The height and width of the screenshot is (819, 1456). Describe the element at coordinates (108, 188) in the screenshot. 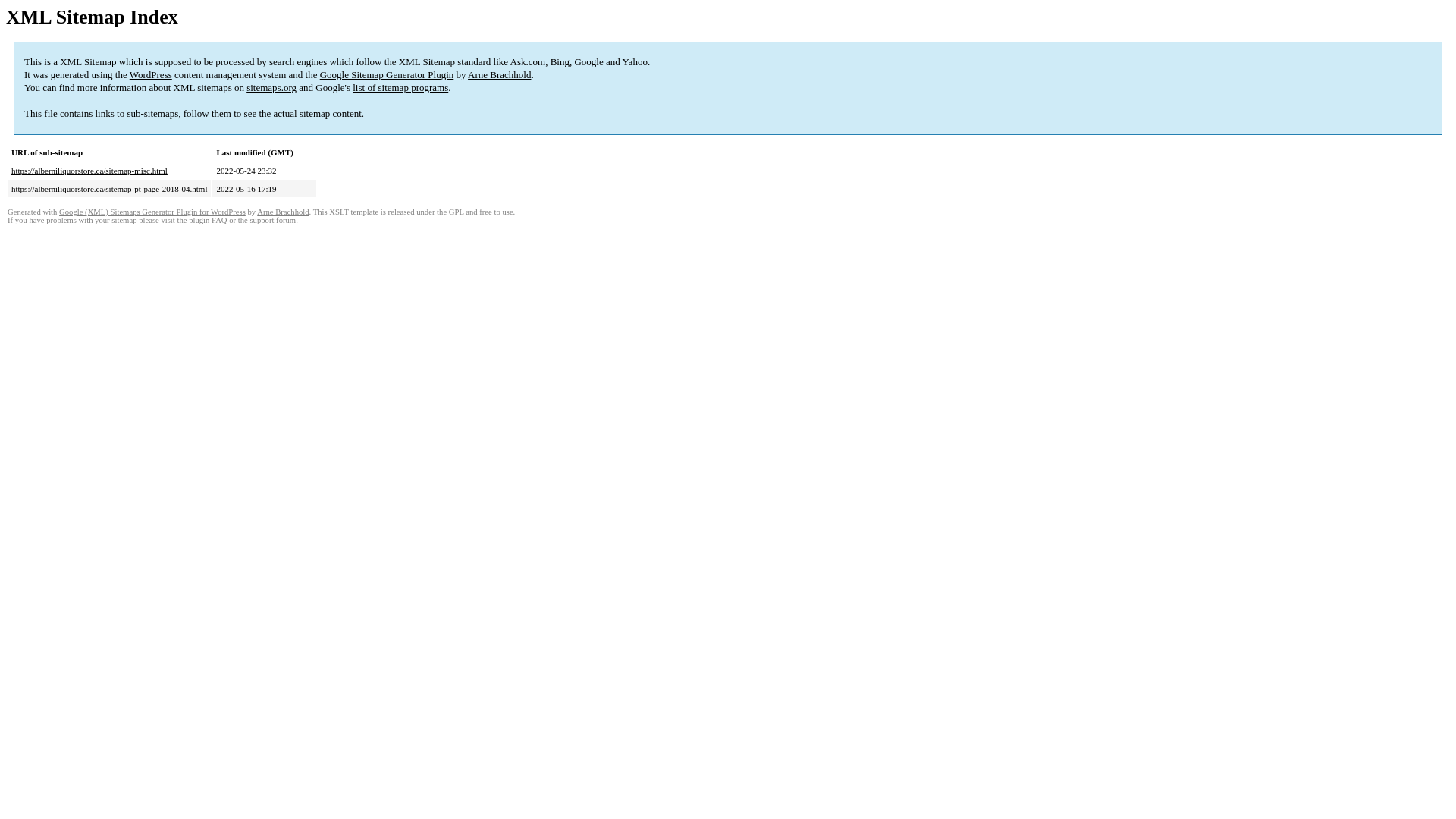

I see `'https://alberniliquorstore.ca/sitemap-pt-page-2018-04.html'` at that location.